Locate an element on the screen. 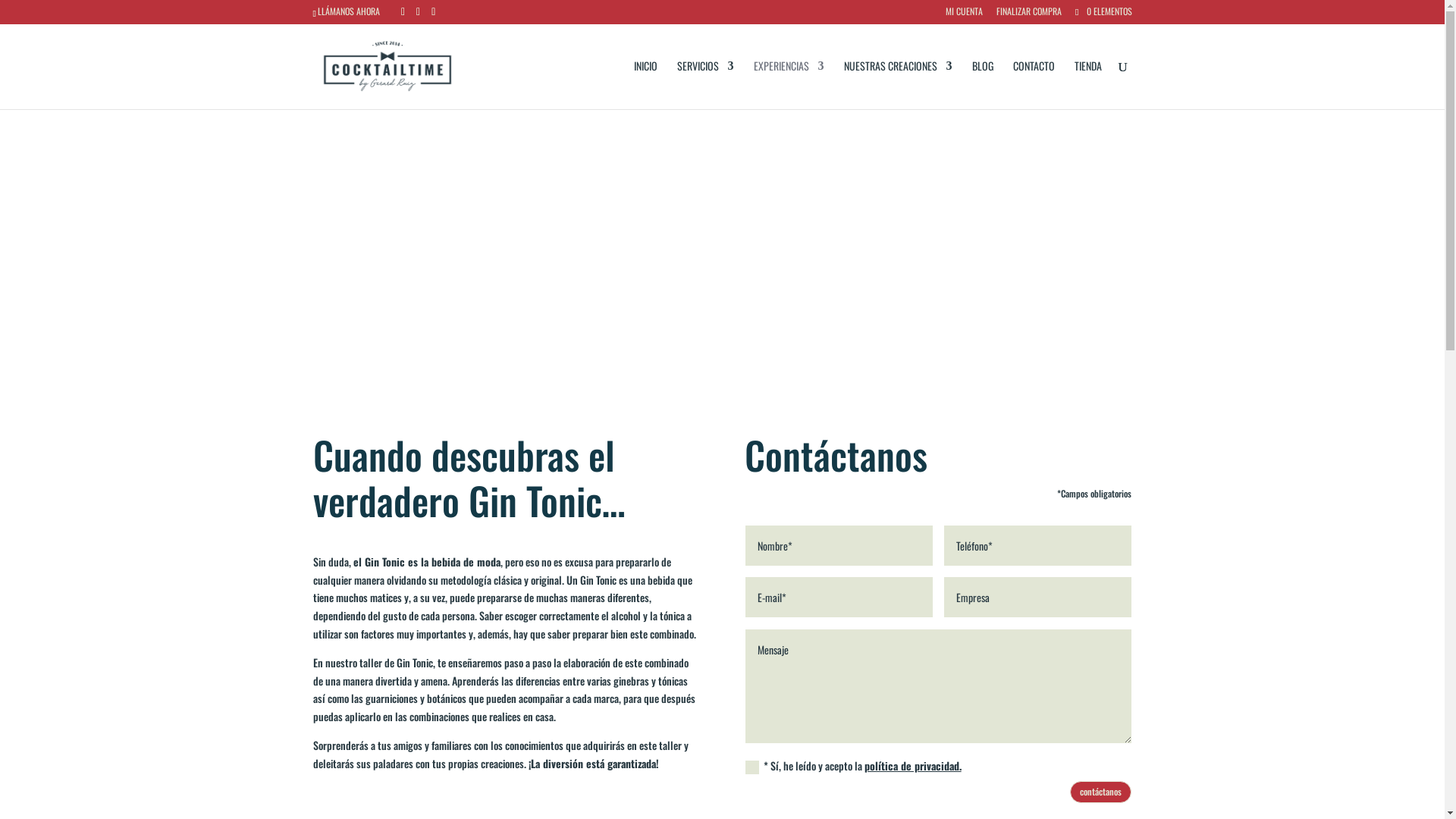  '0 ELEMENTOS' is located at coordinates (1072, 11).